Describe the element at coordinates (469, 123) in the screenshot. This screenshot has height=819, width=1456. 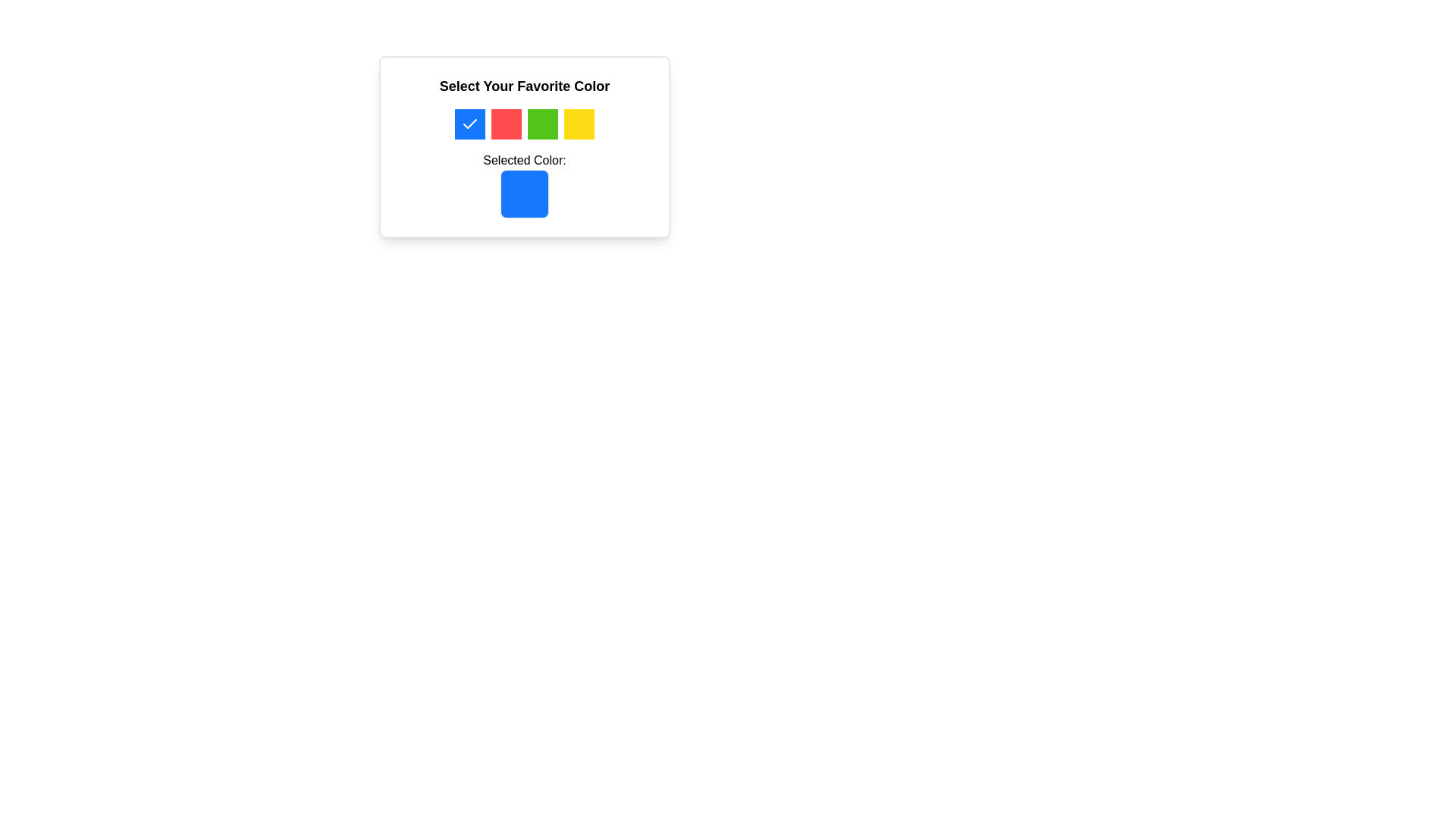
I see `the SVG checkmark element that indicates the selected color in the top-left blue square under 'Select Your Favorite Color'` at that location.